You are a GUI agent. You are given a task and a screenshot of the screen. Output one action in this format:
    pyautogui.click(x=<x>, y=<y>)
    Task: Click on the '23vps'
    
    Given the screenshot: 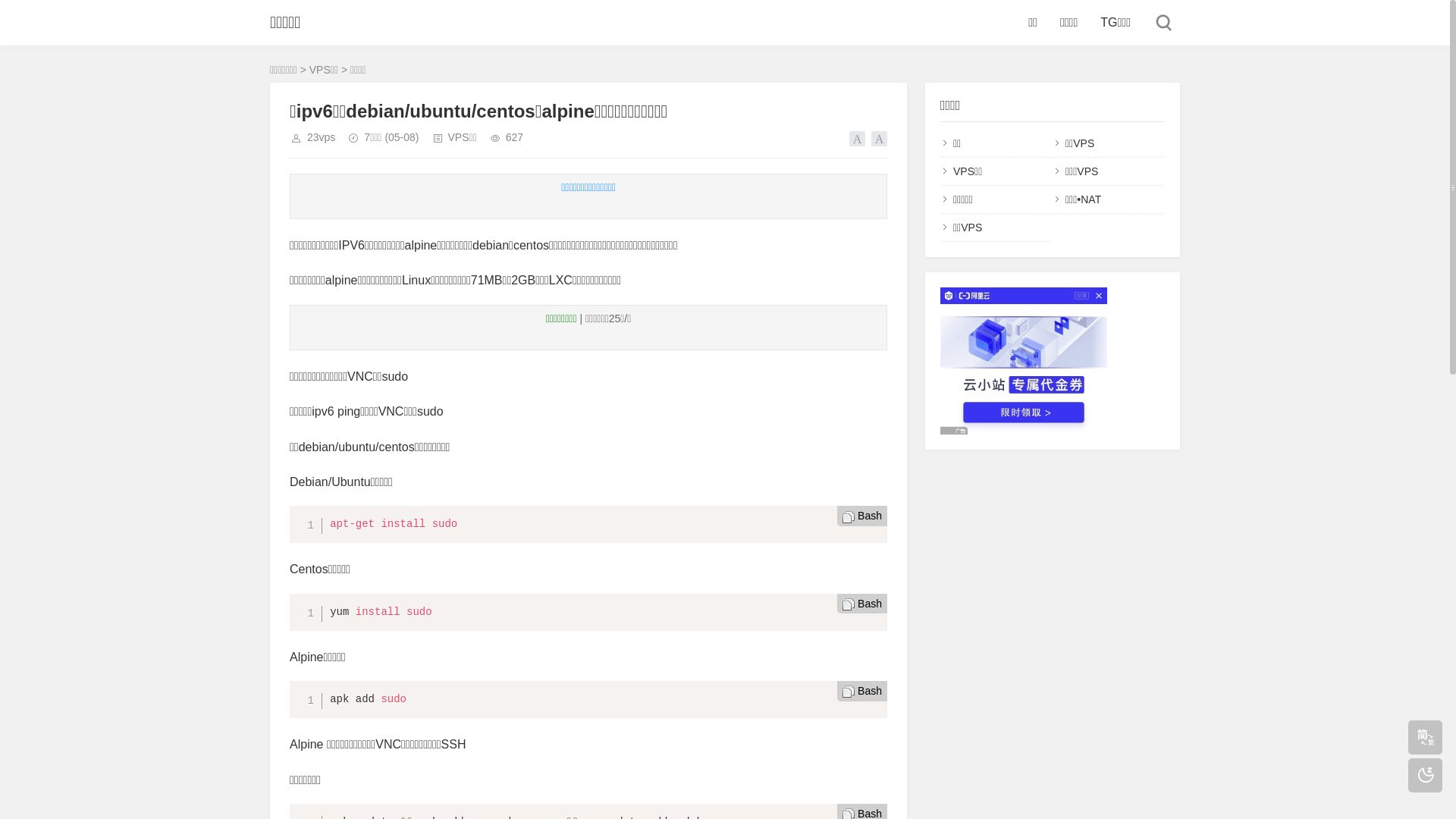 What is the action you would take?
    pyautogui.click(x=320, y=137)
    